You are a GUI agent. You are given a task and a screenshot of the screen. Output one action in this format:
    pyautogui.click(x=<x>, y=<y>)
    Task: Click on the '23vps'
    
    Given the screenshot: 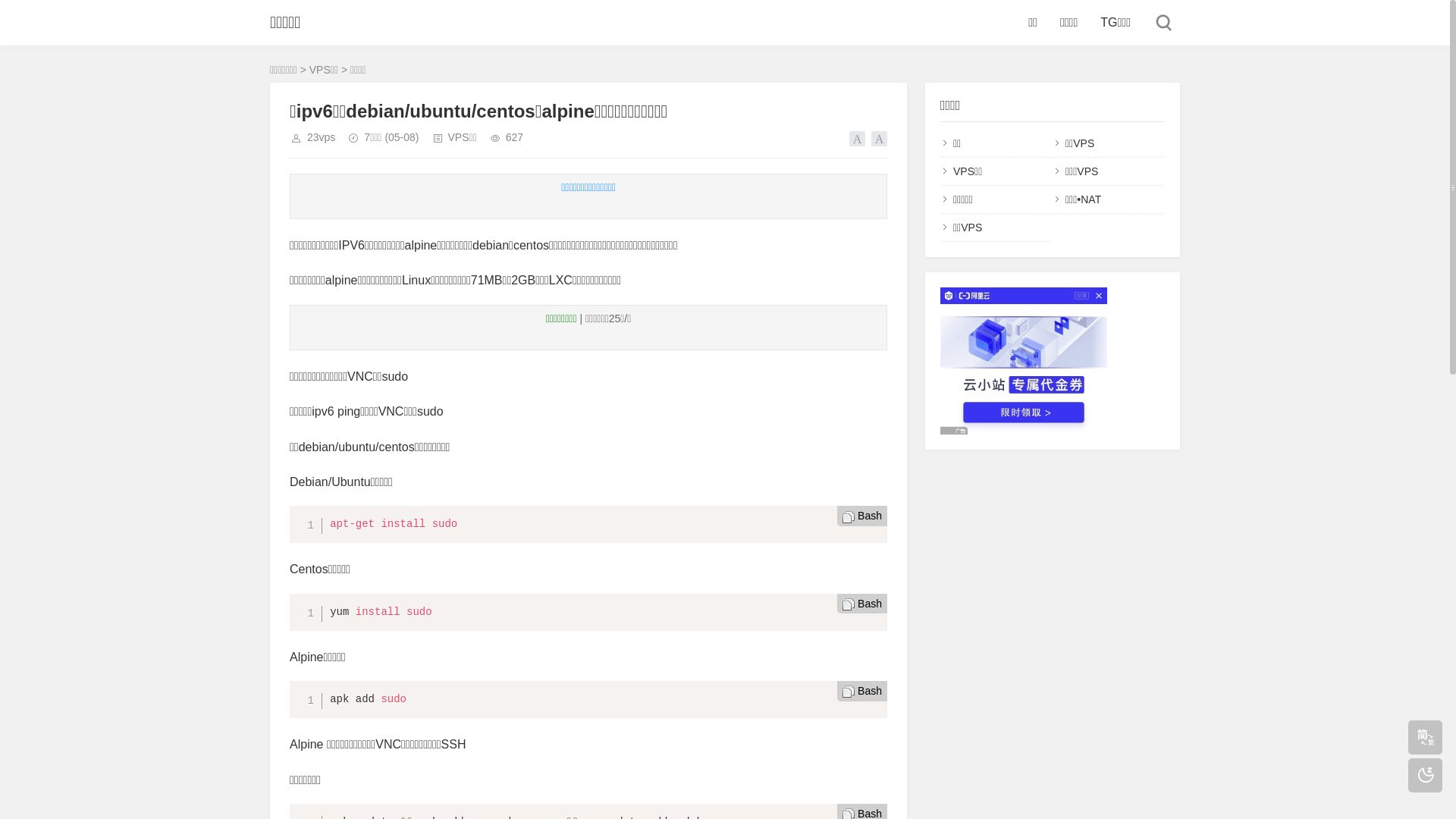 What is the action you would take?
    pyautogui.click(x=320, y=137)
    